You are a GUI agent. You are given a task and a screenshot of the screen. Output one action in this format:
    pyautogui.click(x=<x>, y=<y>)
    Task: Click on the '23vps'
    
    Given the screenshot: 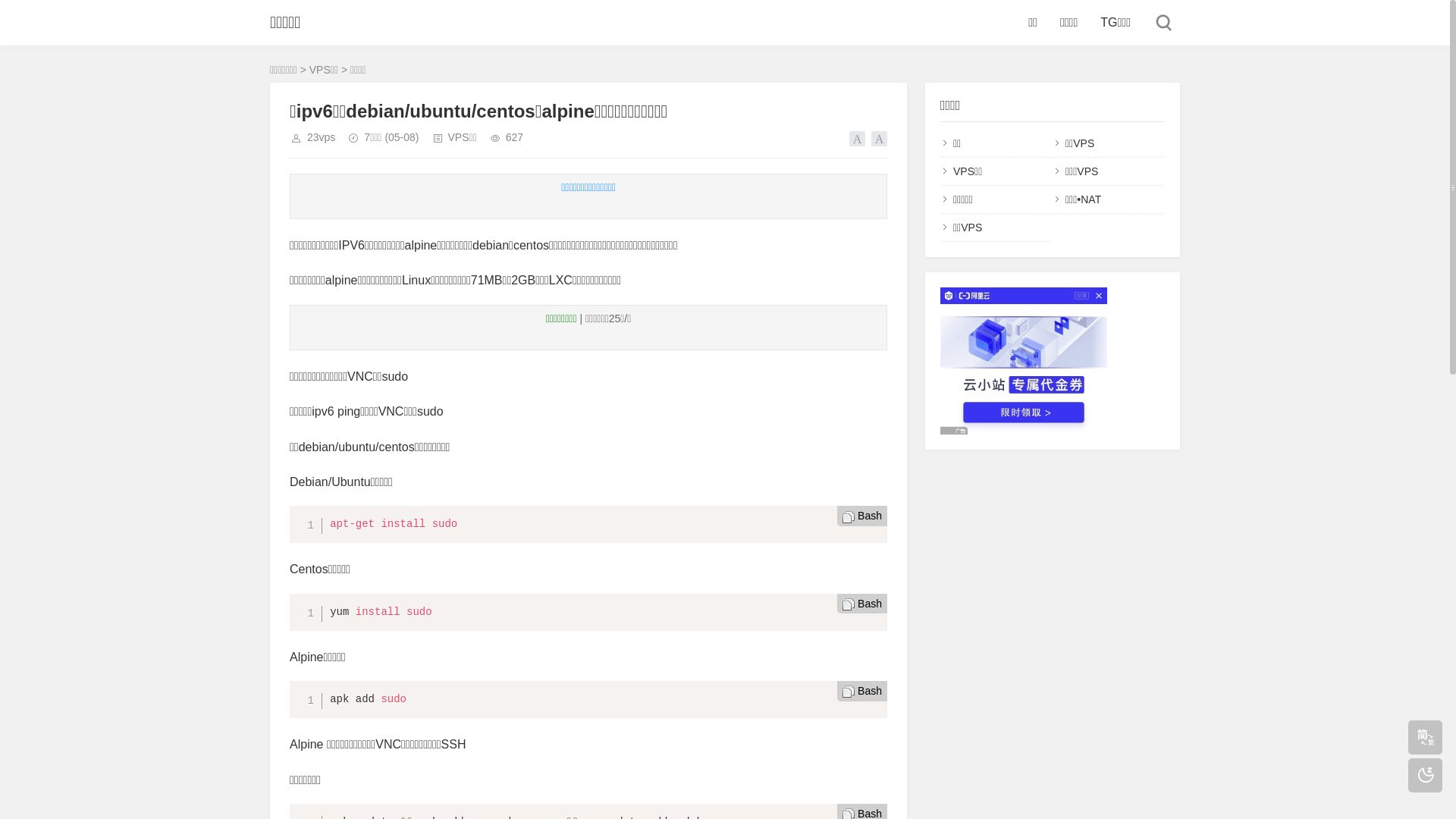 What is the action you would take?
    pyautogui.click(x=320, y=137)
    